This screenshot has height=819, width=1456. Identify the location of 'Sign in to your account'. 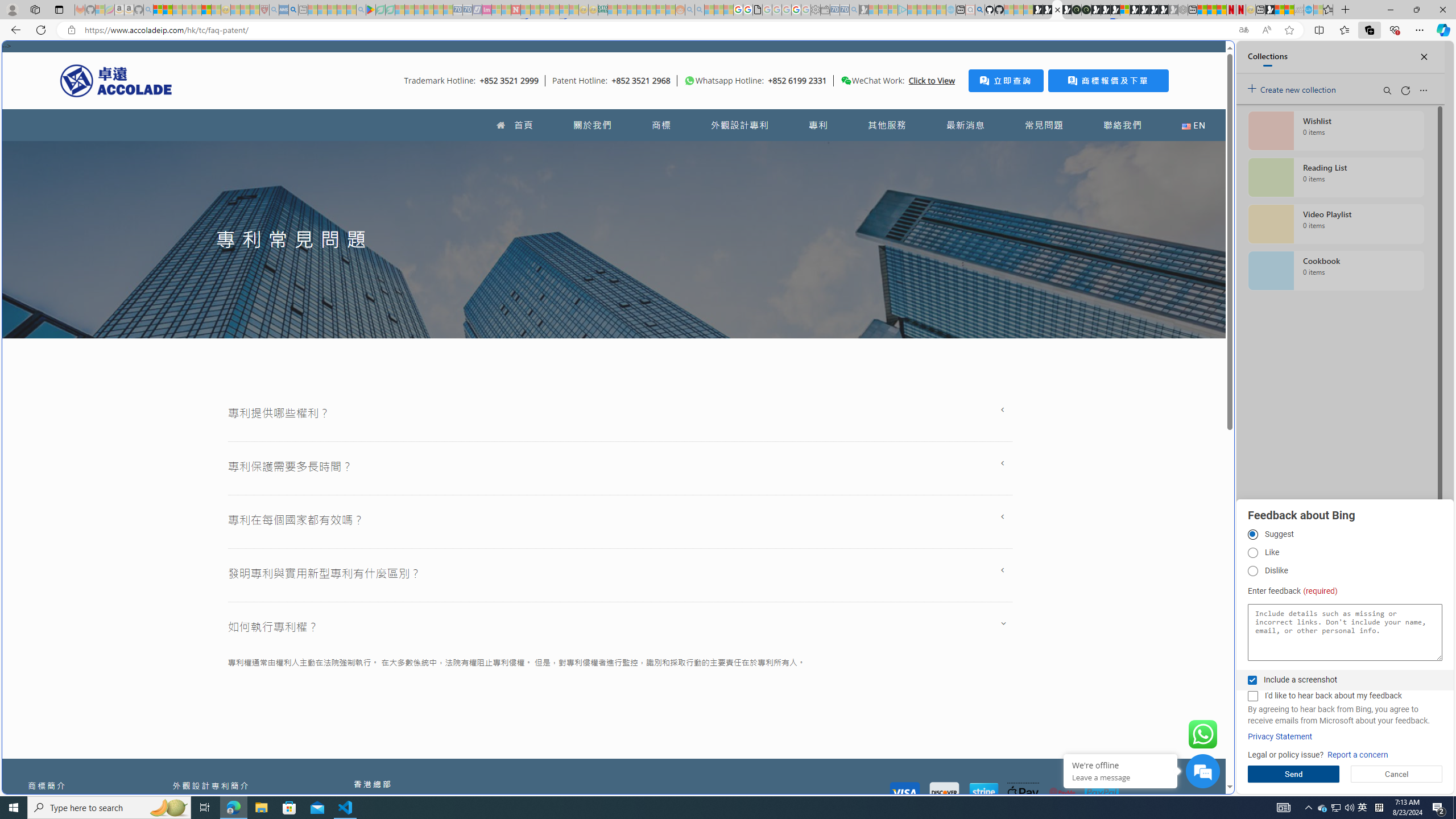
(1124, 9).